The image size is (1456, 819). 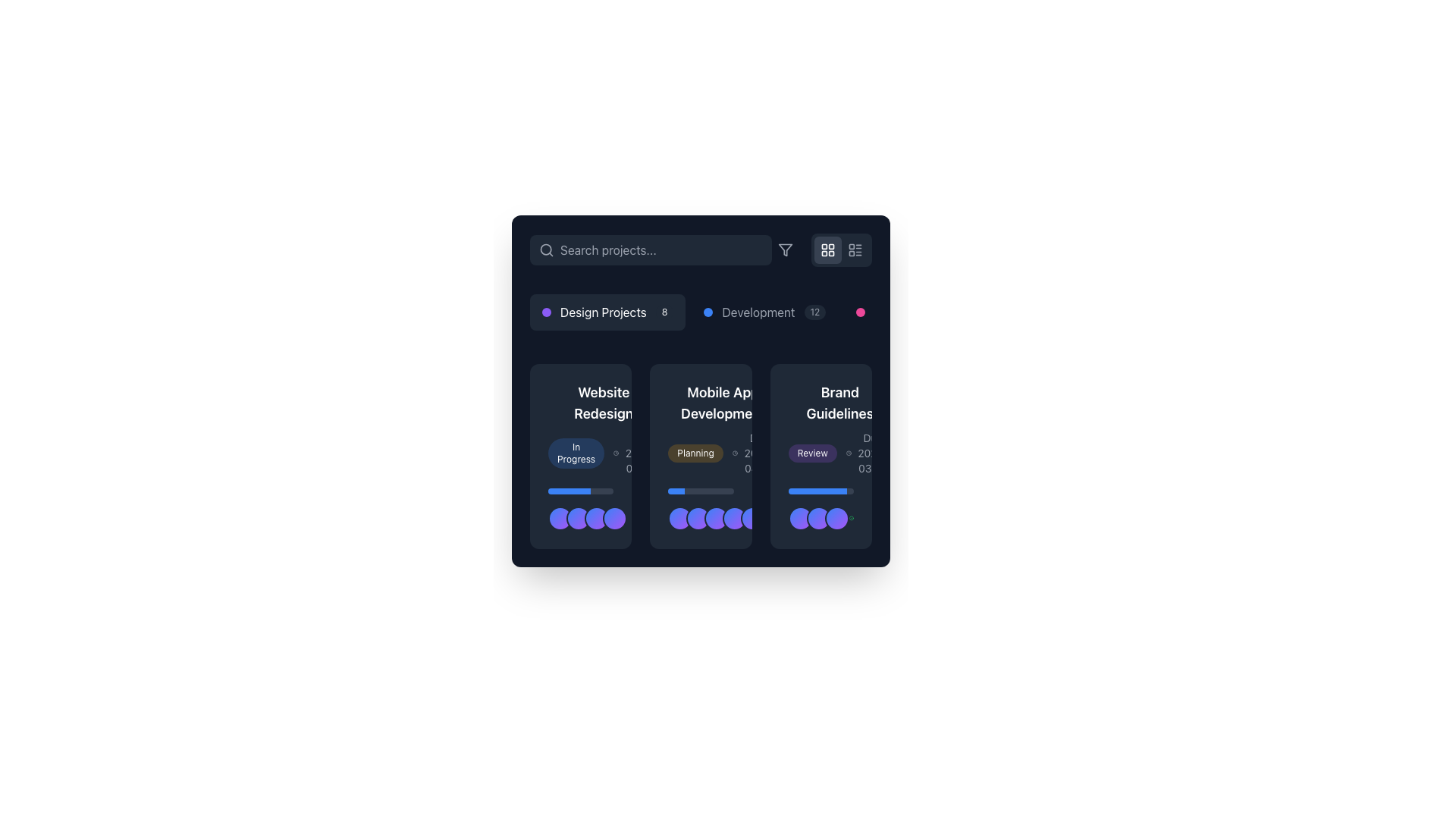 I want to click on the icon representing a list layout, located in the top-right area of the interface, adjacent to the grid view icon, to switch to list view, so click(x=855, y=249).